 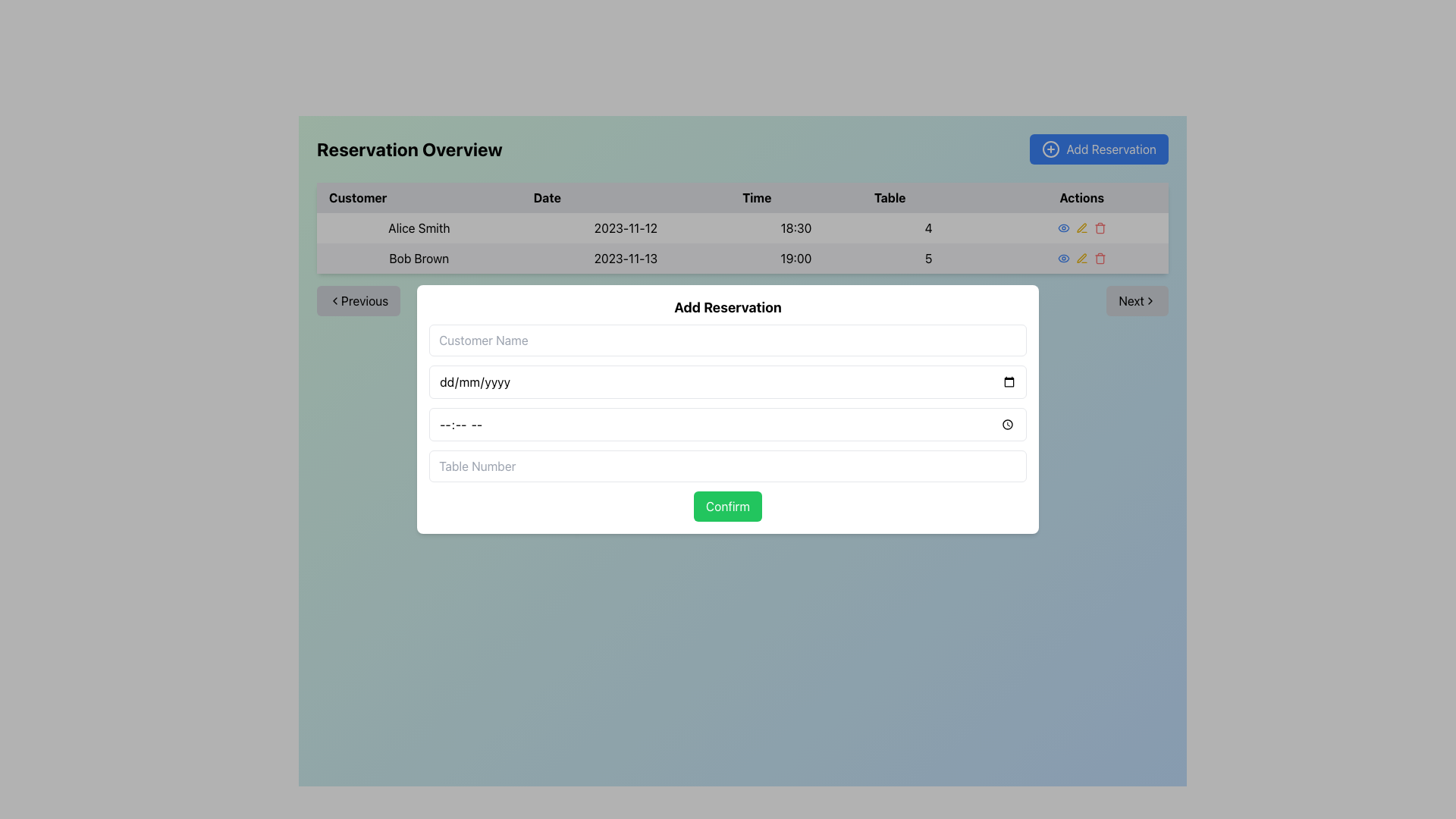 I want to click on the date text '2023-11-13' located in the second row and second column of the reservation overview table, adjacent to '19:00' and 'Bob Brown', so click(x=626, y=257).